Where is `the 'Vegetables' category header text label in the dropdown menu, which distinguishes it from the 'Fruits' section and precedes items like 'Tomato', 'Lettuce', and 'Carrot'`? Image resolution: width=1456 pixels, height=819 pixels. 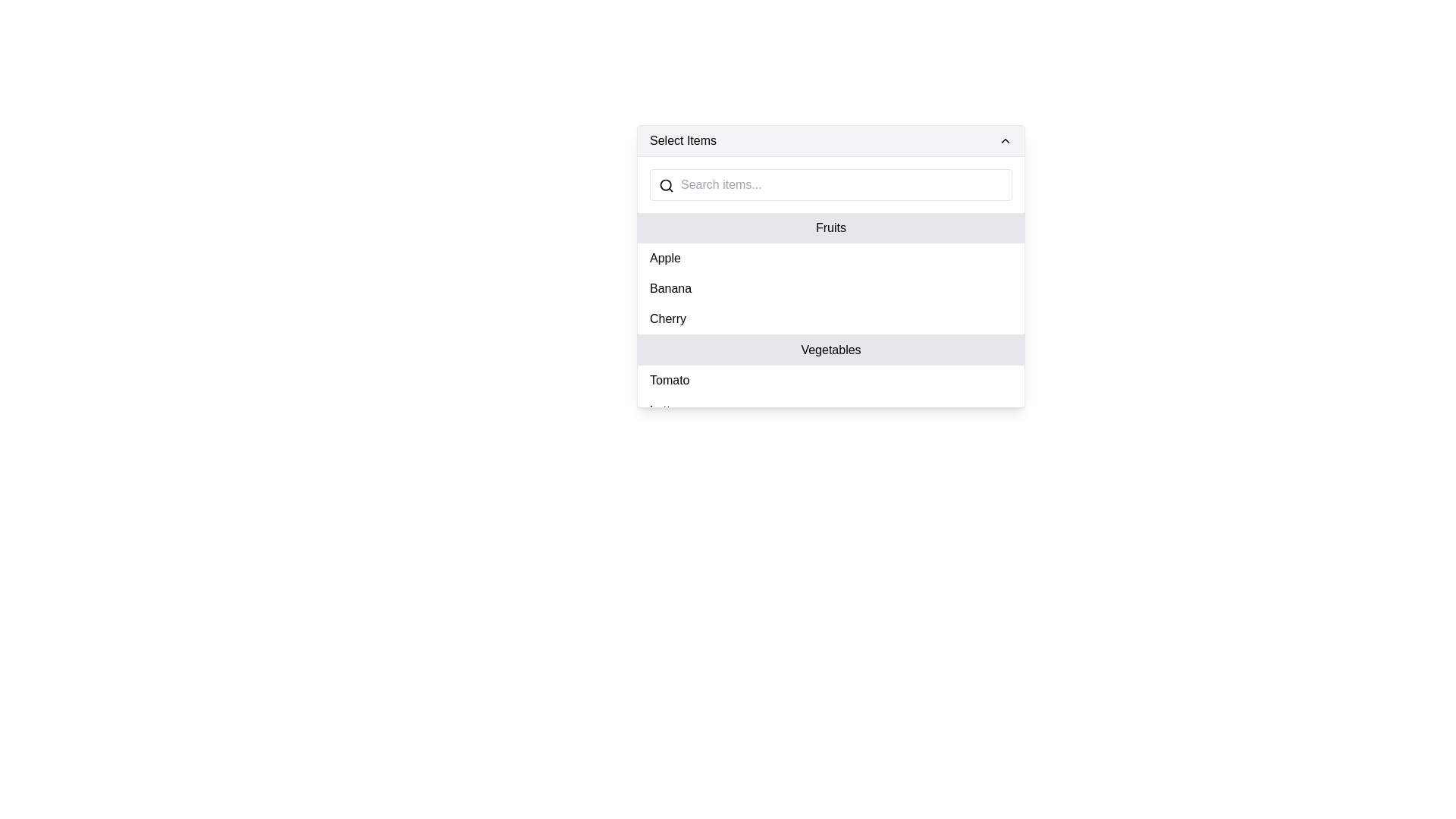 the 'Vegetables' category header text label in the dropdown menu, which distinguishes it from the 'Fruits' section and precedes items like 'Tomato', 'Lettuce', and 'Carrot' is located at coordinates (830, 350).